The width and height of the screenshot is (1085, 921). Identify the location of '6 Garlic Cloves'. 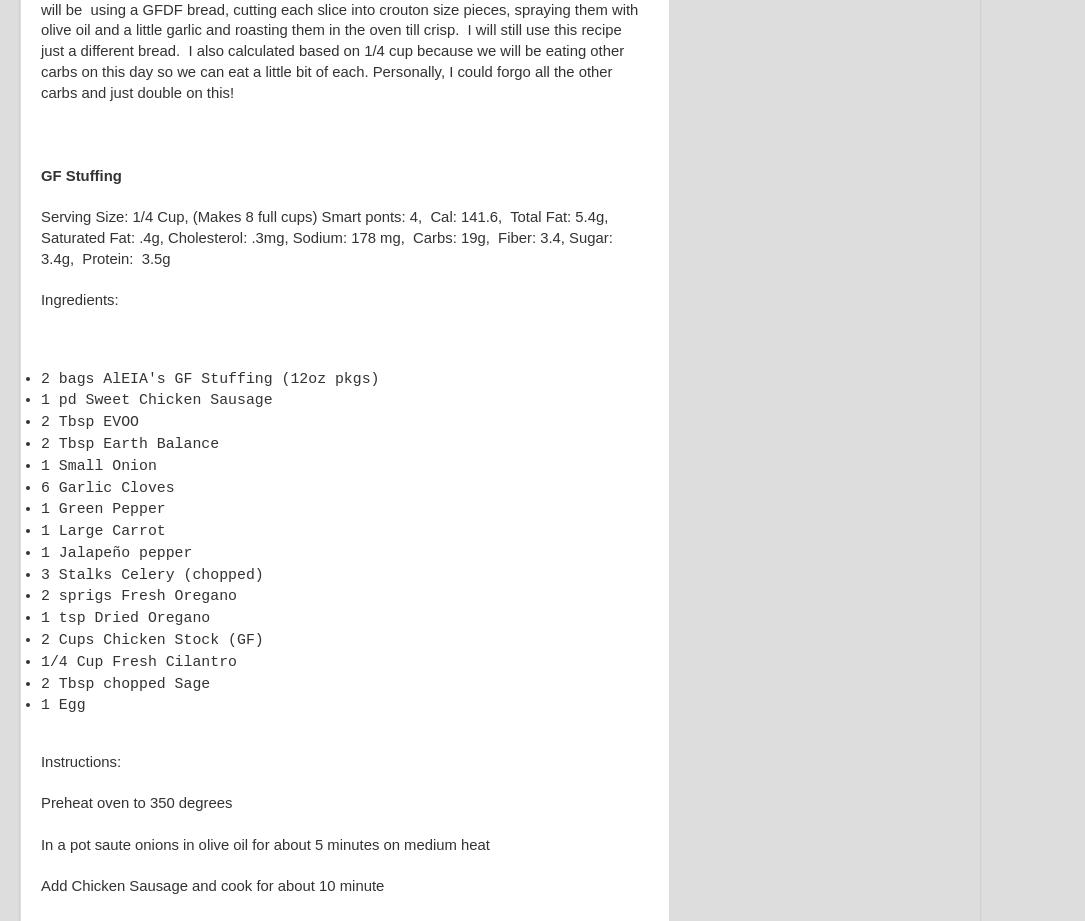
(41, 486).